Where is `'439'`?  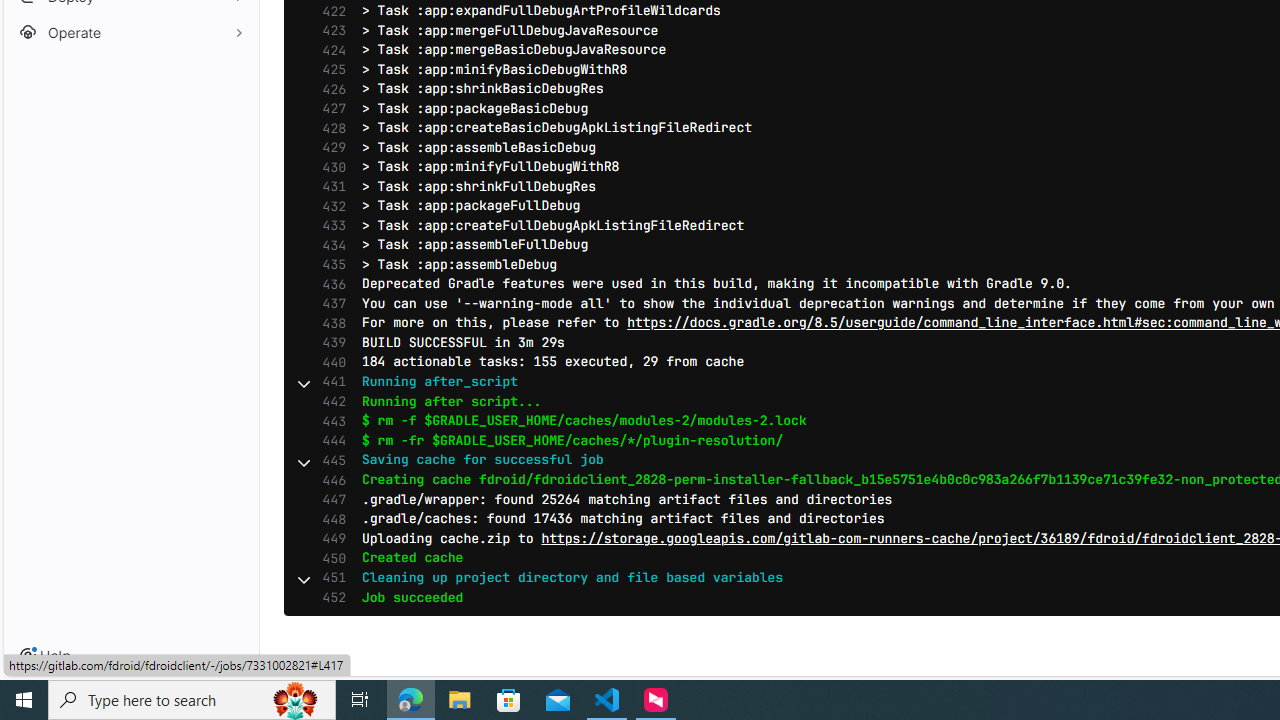 '439' is located at coordinates (329, 341).